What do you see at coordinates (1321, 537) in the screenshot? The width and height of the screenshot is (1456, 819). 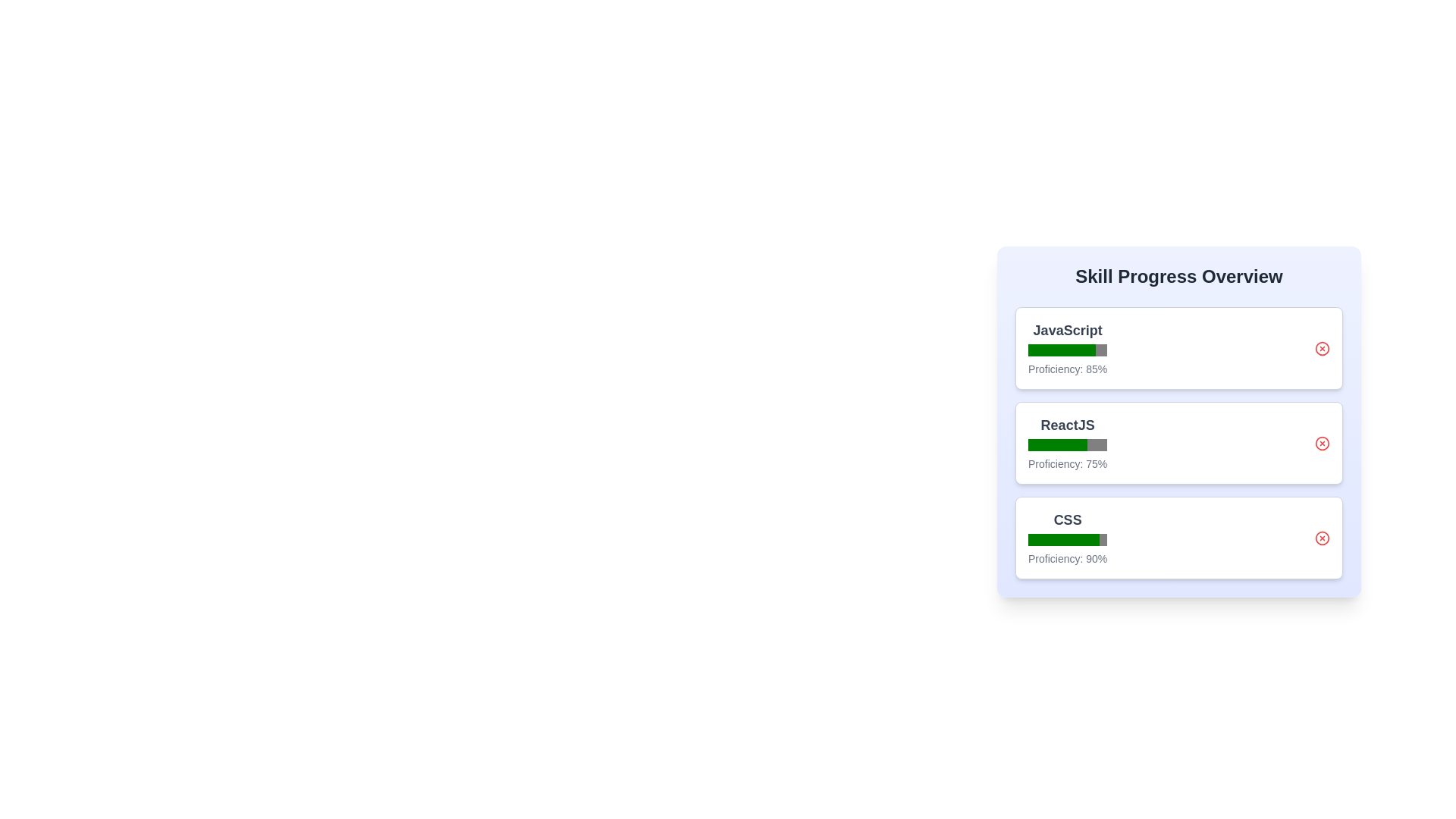 I see `the remove button for the skill CSS` at bounding box center [1321, 537].